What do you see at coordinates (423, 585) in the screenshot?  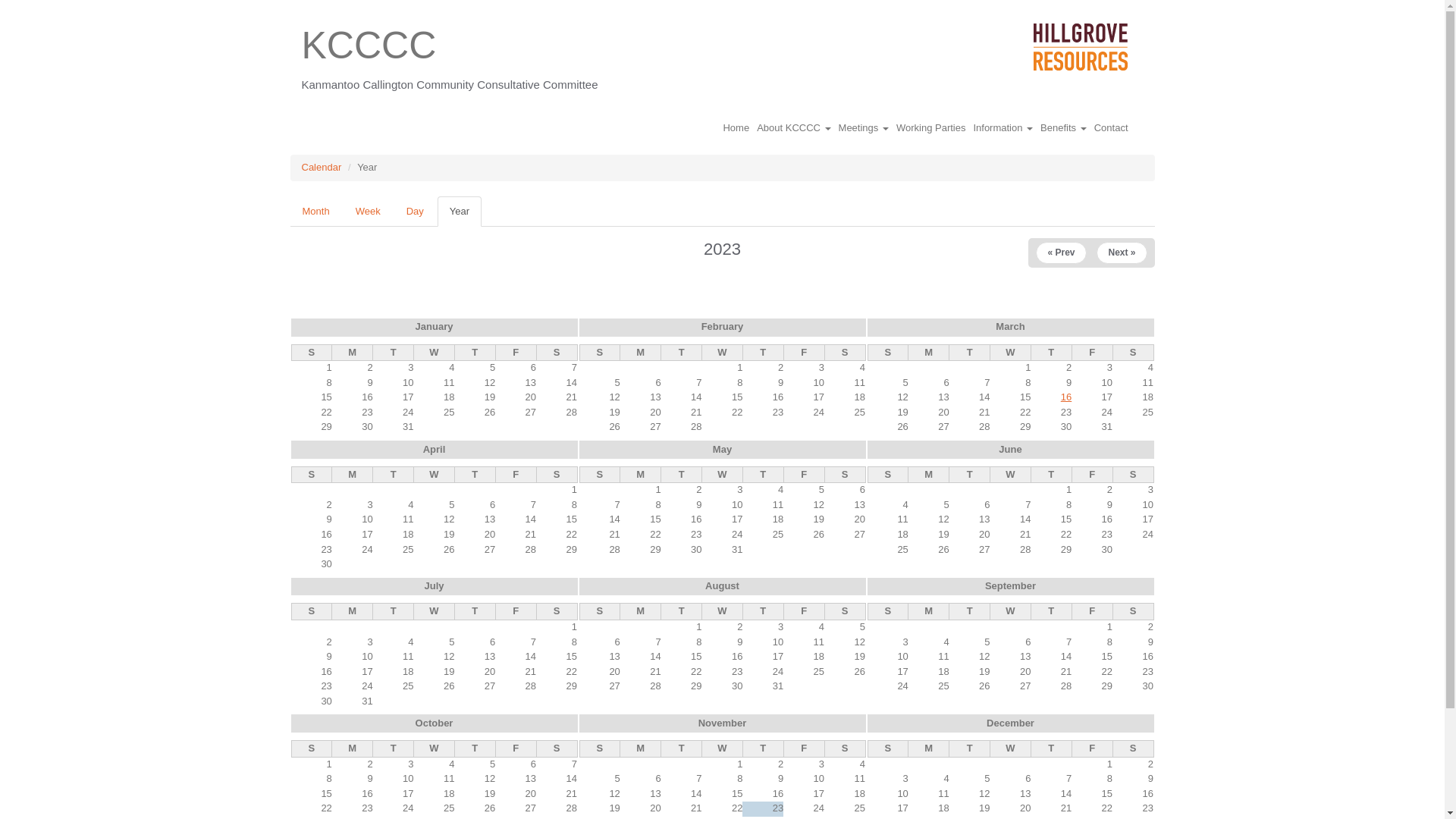 I see `'July'` at bounding box center [423, 585].